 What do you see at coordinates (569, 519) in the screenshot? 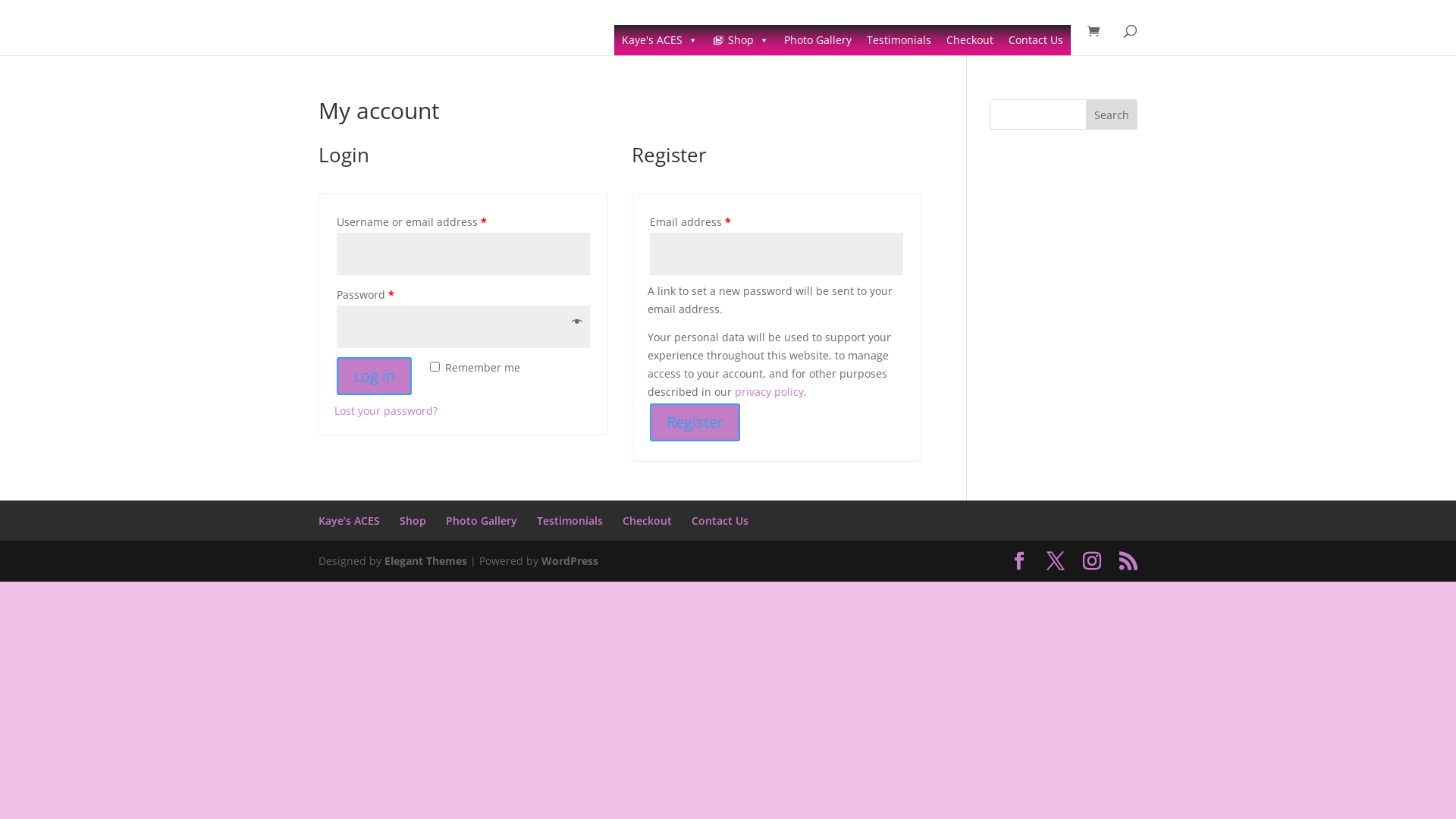
I see `'Testimonials'` at bounding box center [569, 519].